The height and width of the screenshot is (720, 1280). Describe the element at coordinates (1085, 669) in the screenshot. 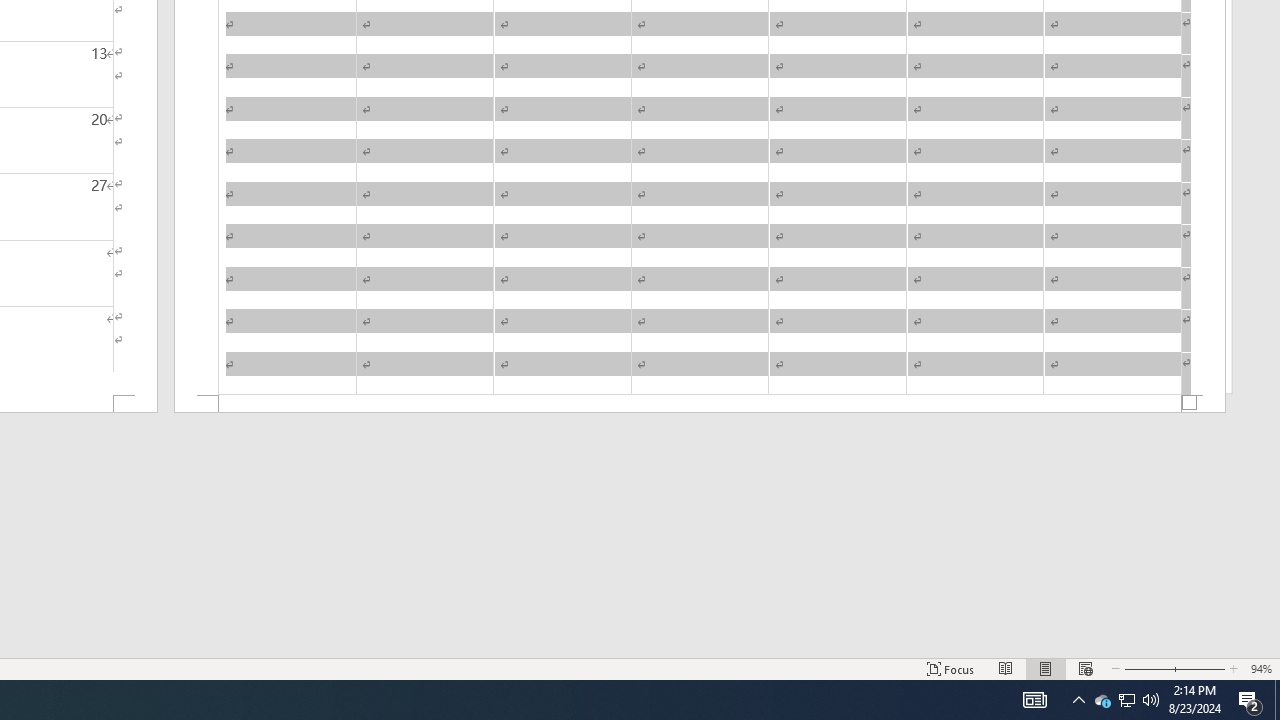

I see `'Web Layout'` at that location.